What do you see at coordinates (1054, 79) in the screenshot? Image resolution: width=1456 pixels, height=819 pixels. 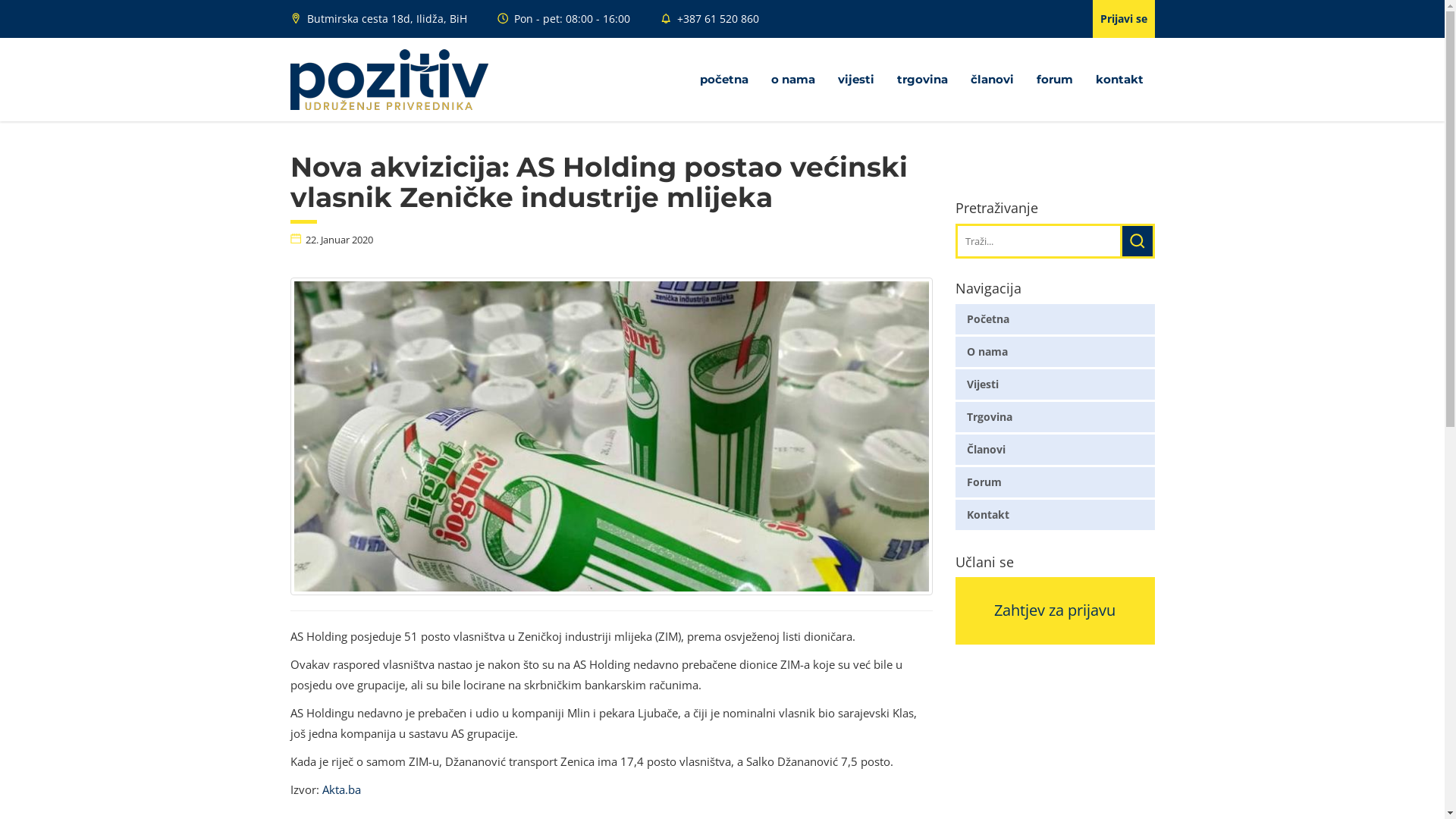 I see `'forum'` at bounding box center [1054, 79].